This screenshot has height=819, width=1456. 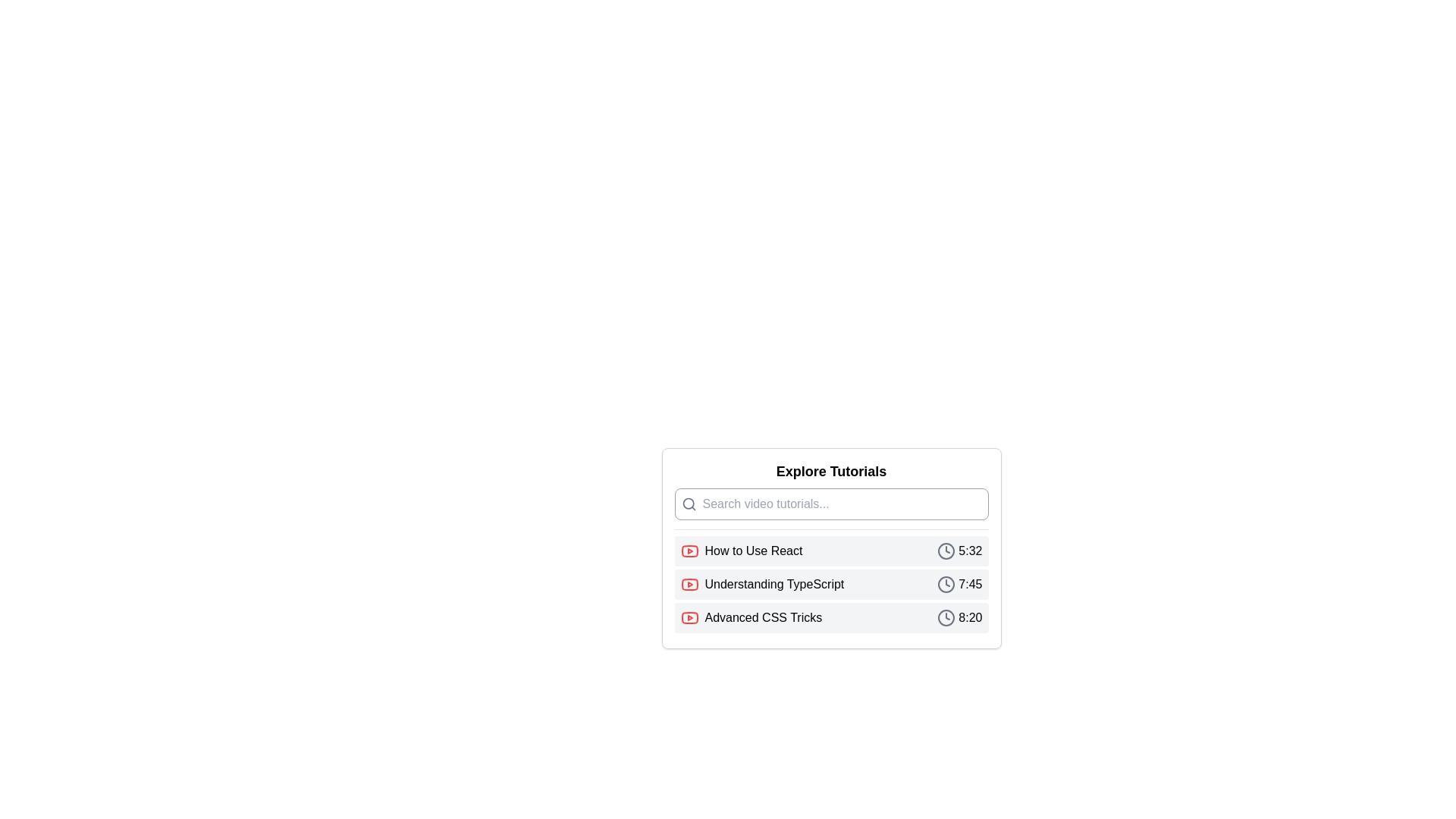 What do you see at coordinates (946, 617) in the screenshot?
I see `the time icon next to the 'Advanced CSS Tricks' list item, which is positioned to the left of the time '8:20'` at bounding box center [946, 617].